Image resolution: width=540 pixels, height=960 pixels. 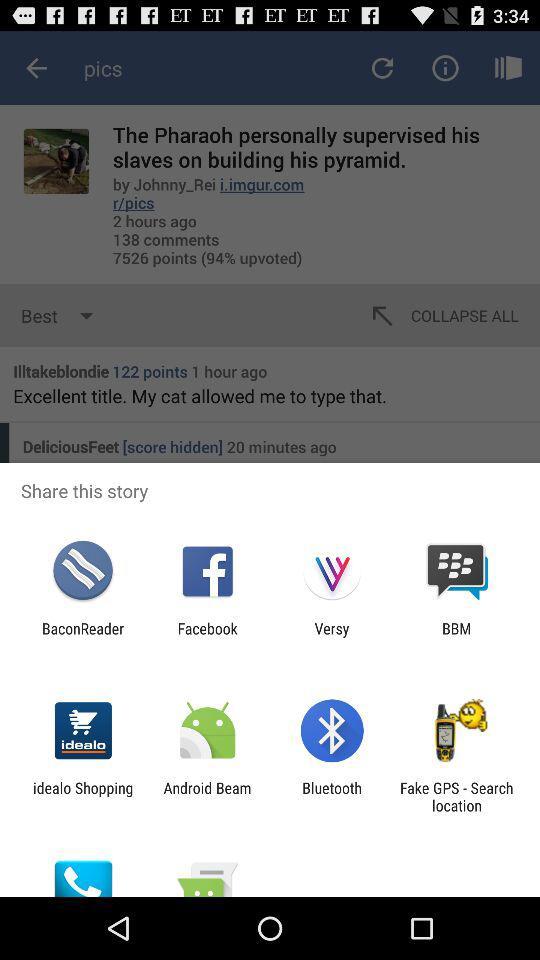 I want to click on the fake gps search icon, so click(x=456, y=796).